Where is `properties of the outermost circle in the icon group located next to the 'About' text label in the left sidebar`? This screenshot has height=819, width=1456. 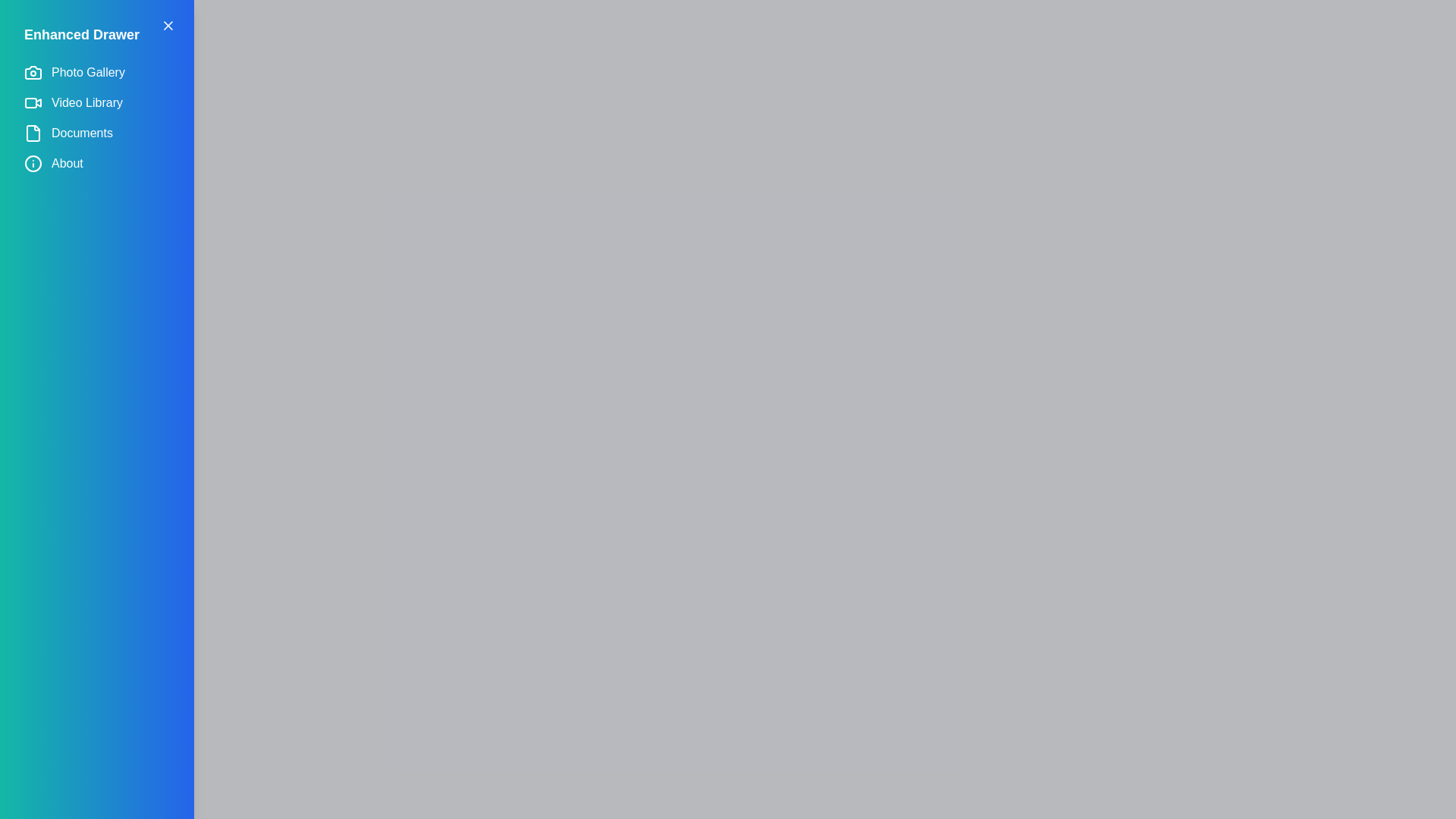 properties of the outermost circle in the icon group located next to the 'About' text label in the left sidebar is located at coordinates (33, 164).